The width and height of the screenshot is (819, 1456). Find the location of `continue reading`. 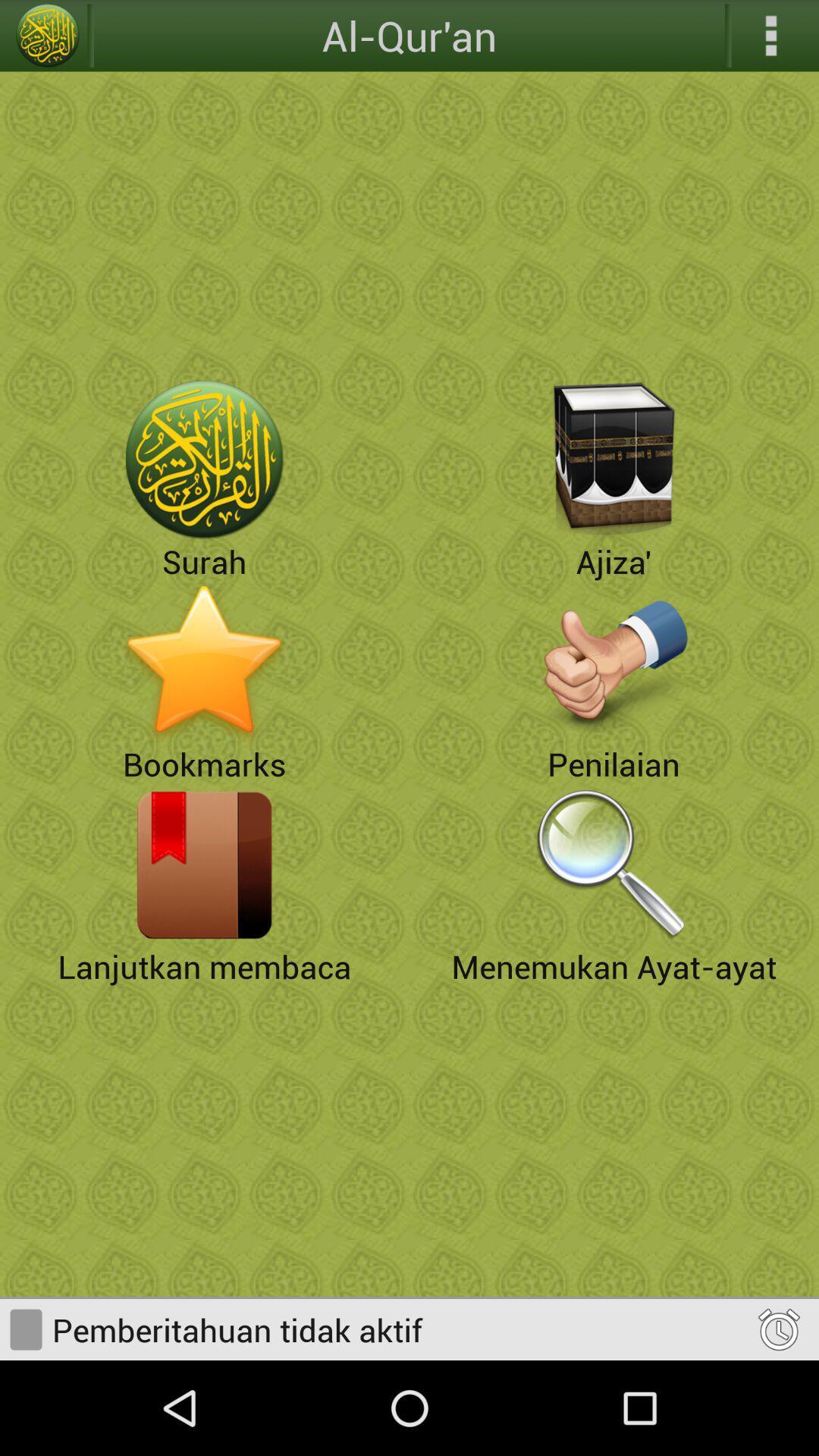

continue reading is located at coordinates (205, 864).